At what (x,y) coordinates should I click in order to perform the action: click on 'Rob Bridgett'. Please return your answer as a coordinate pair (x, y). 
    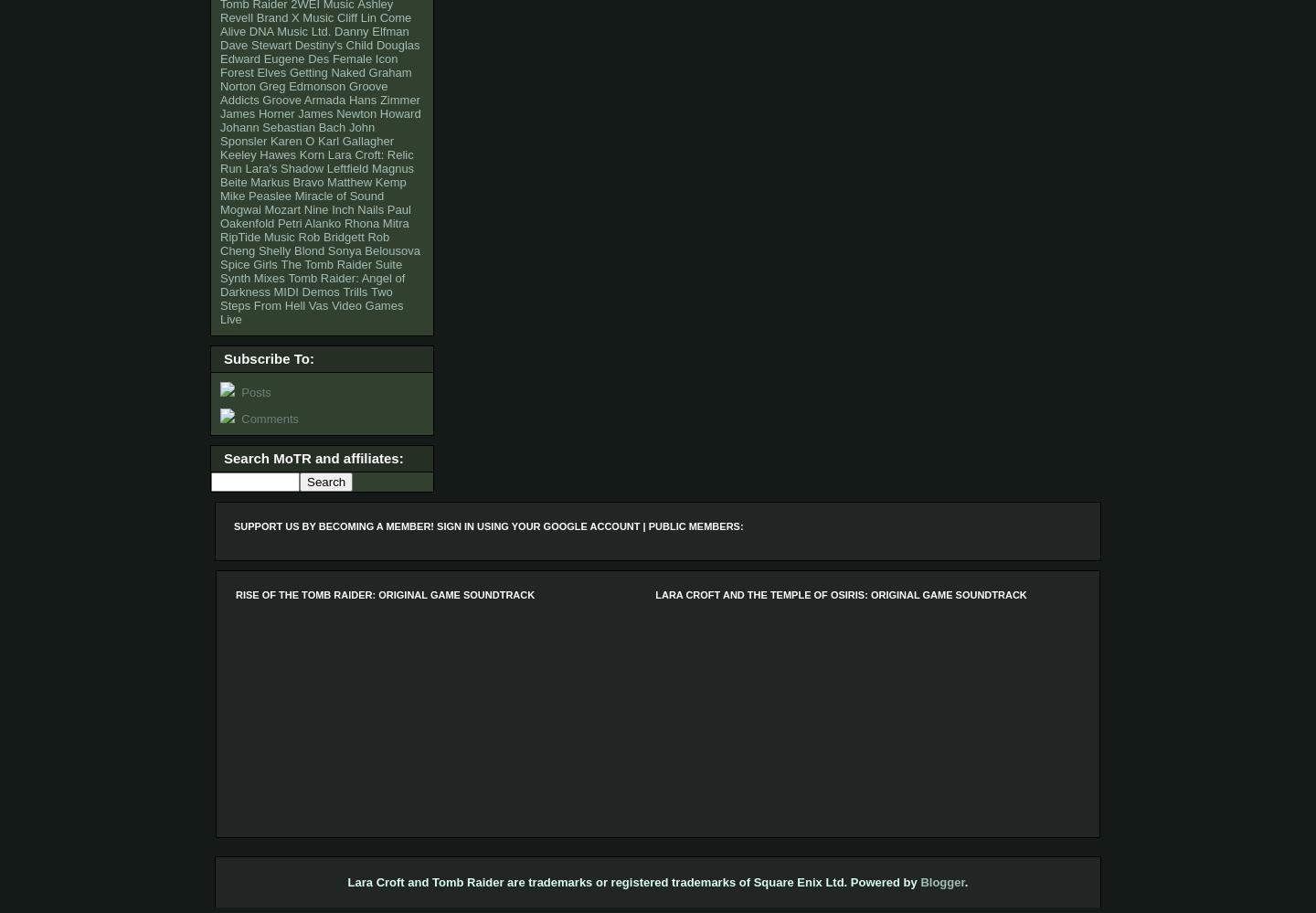
    Looking at the image, I should click on (330, 237).